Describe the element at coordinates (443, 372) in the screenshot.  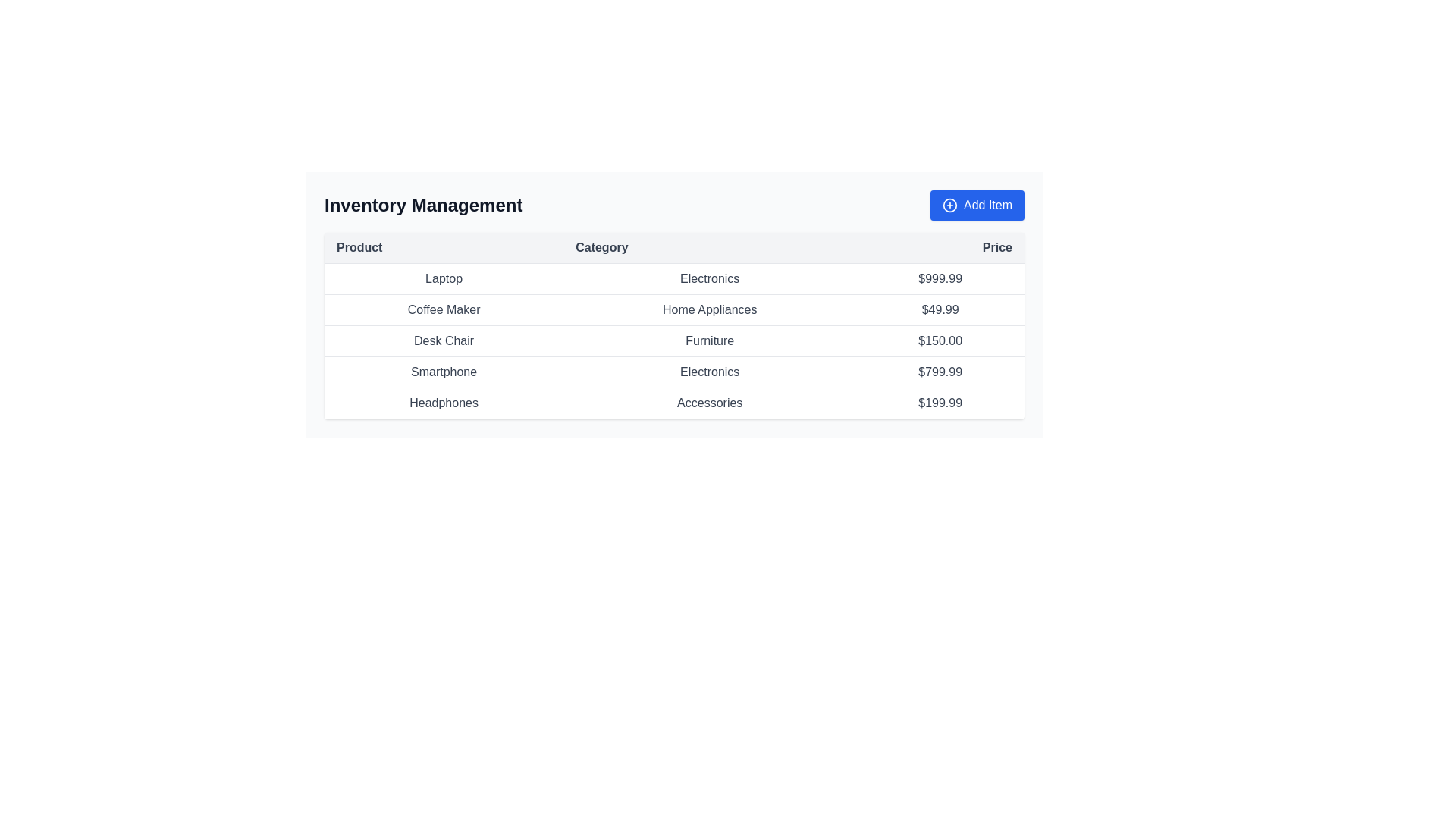
I see `the content of the table cell entry labeled 'Smartphone' in the 'Product' column, fourth row of the inventory list` at that location.